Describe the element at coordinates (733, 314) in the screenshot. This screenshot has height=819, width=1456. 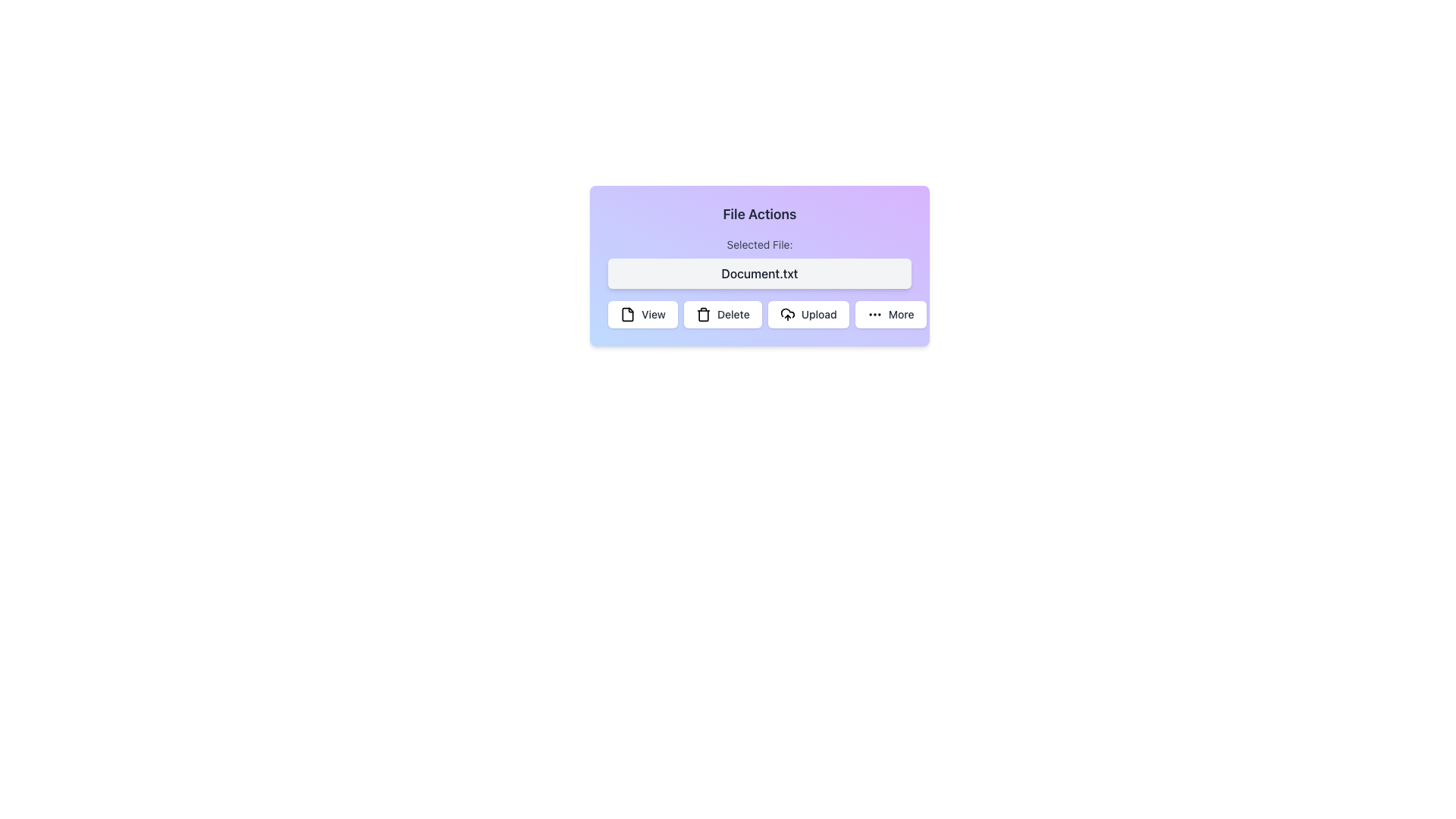
I see `the 'Delete' text label, which is gray and positioned within the 'Delete' button to the right of a trash can icon, located below the 'File Actions' heading` at that location.